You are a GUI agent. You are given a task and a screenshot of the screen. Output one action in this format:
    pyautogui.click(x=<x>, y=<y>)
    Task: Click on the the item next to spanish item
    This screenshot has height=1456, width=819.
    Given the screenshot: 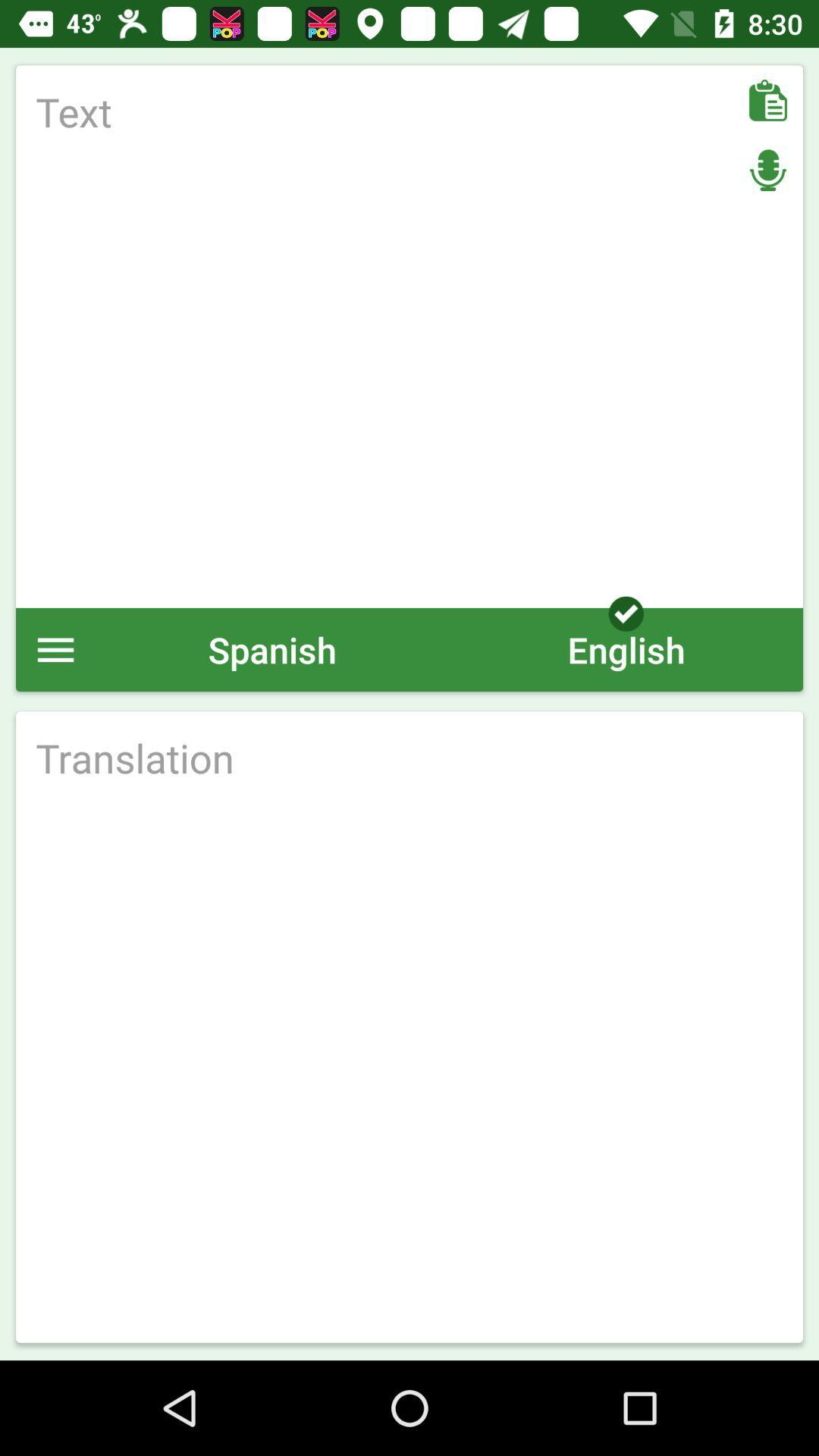 What is the action you would take?
    pyautogui.click(x=55, y=649)
    